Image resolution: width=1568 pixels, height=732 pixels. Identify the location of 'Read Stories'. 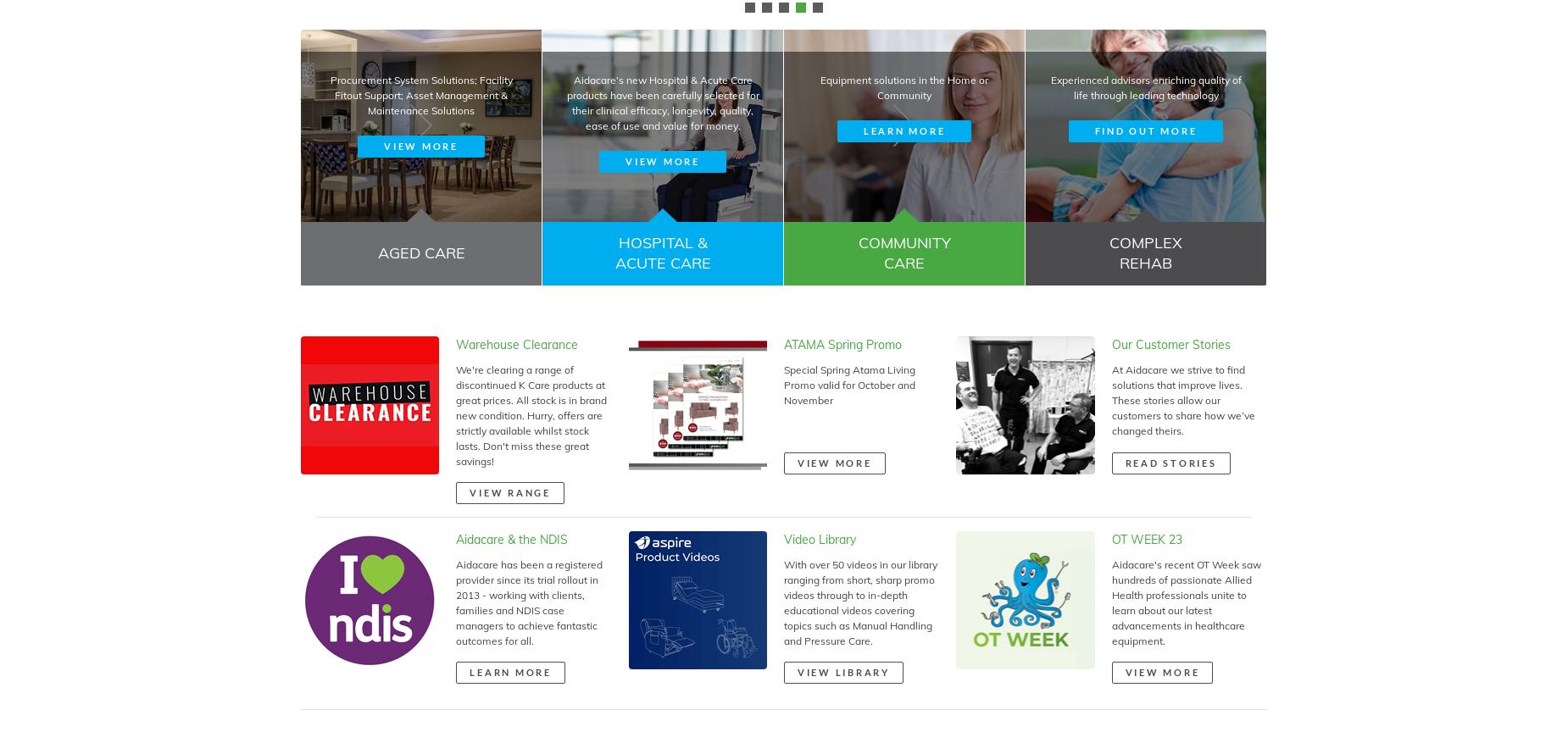
(1170, 462).